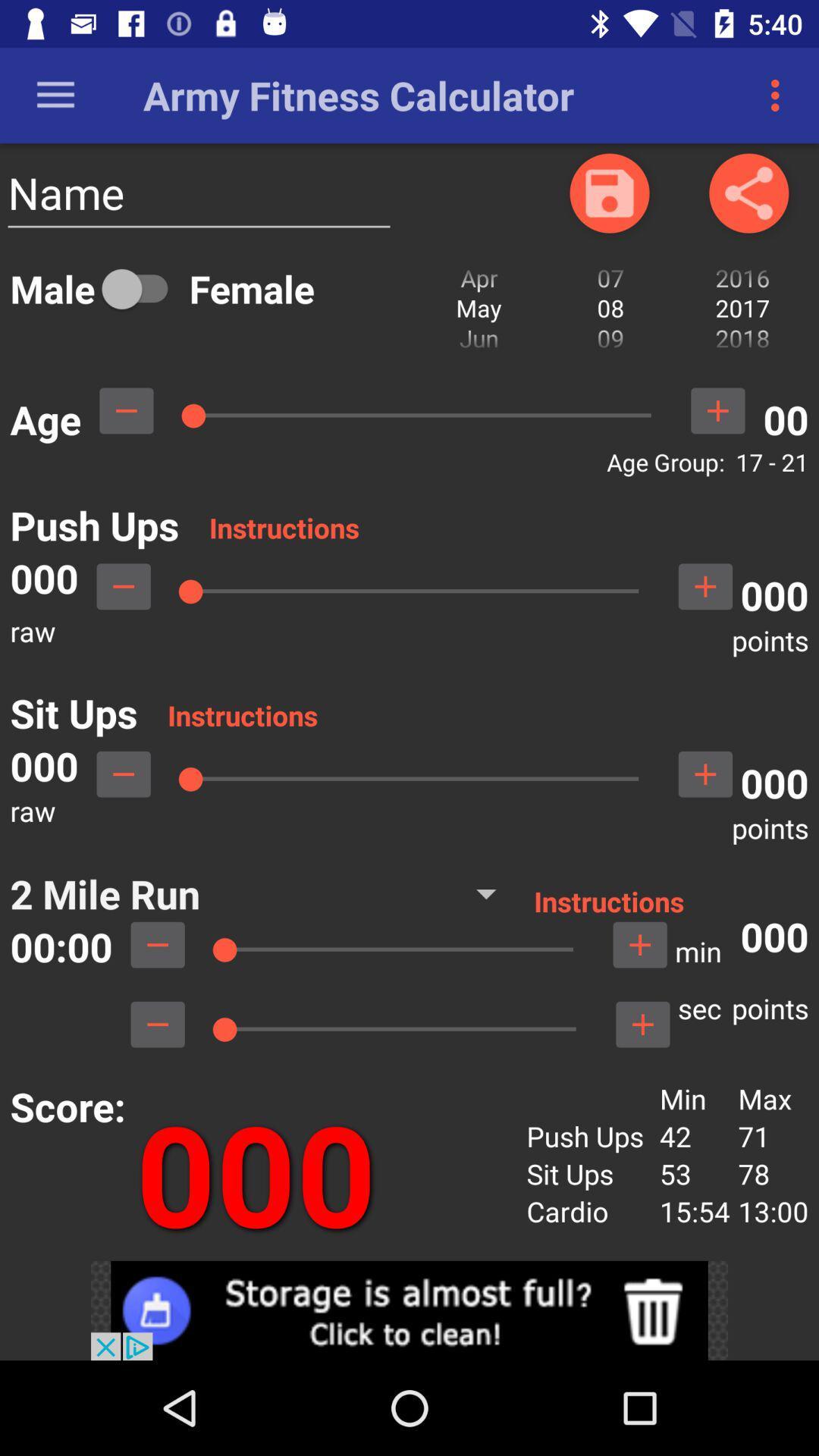  I want to click on subtract number, so click(125, 410).